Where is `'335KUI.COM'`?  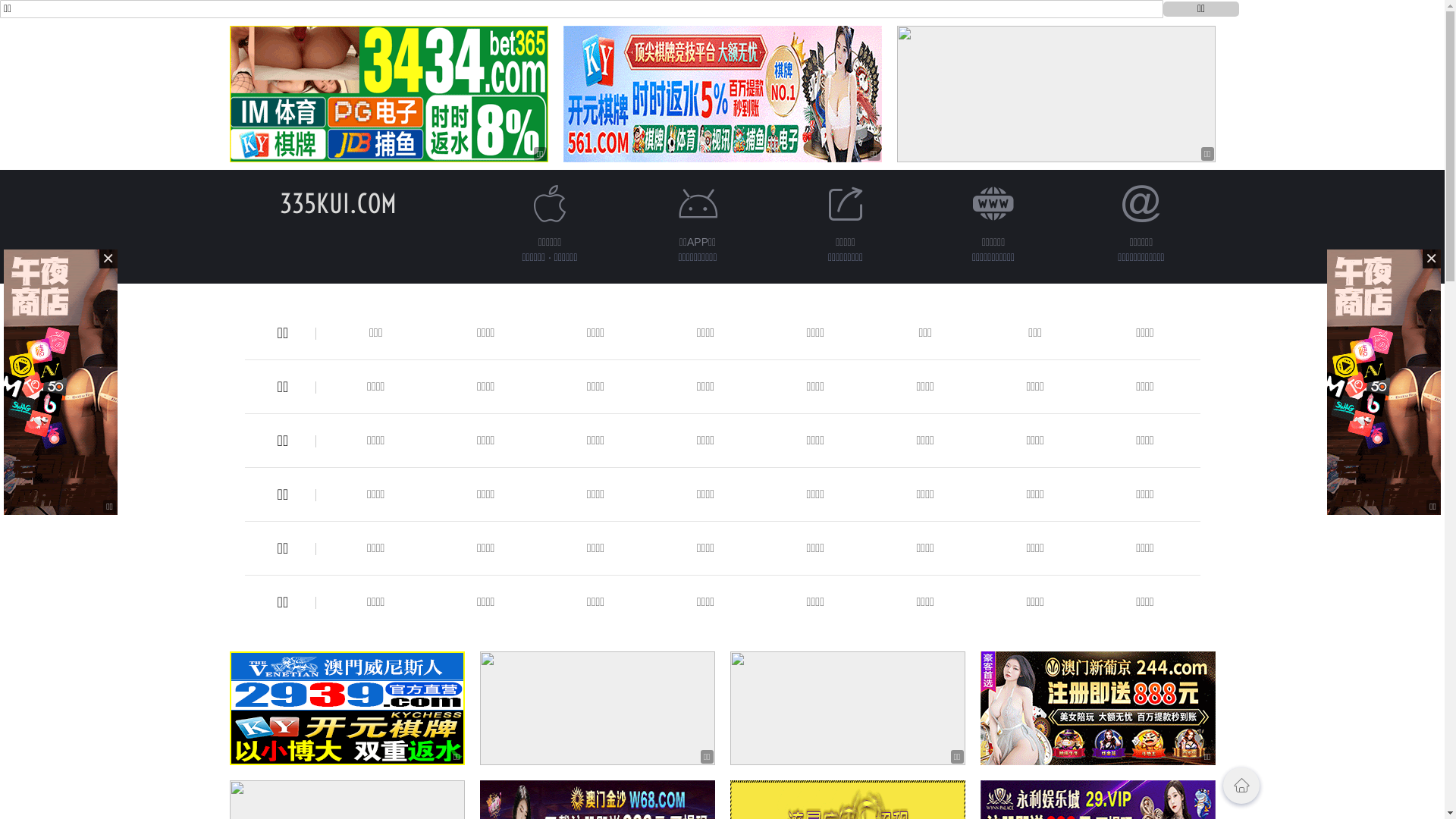 '335KUI.COM' is located at coordinates (337, 202).